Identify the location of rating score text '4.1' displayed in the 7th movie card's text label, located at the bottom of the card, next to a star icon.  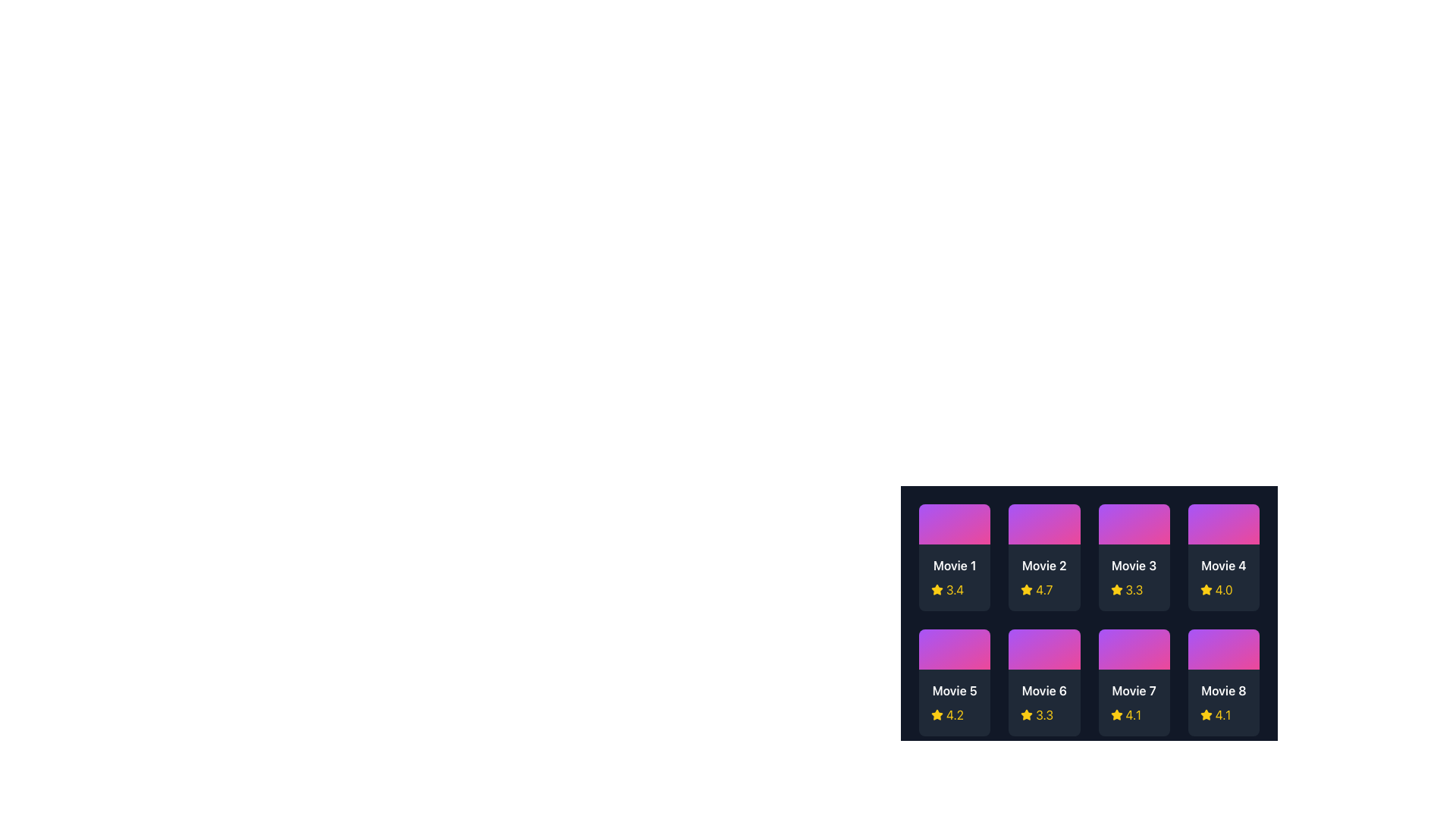
(1133, 715).